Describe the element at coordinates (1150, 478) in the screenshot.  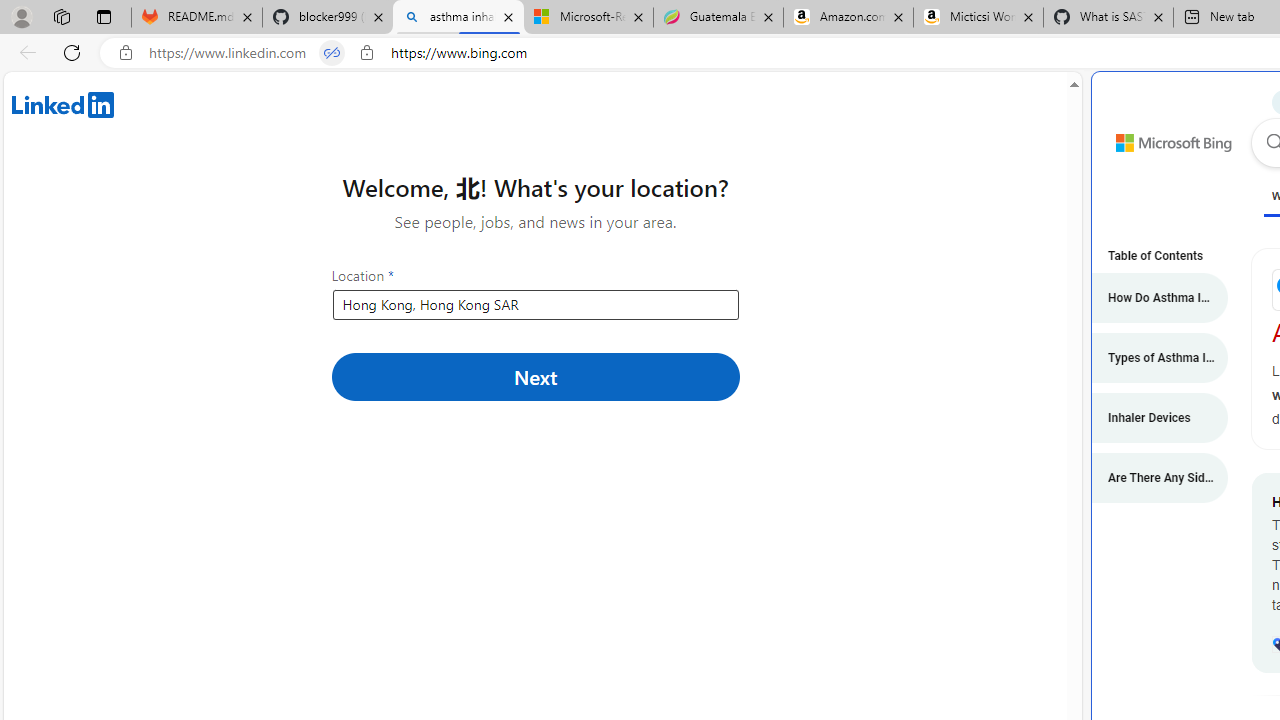
I see `'Are There Any Side-Effects from Asthma Inhalers?'` at that location.